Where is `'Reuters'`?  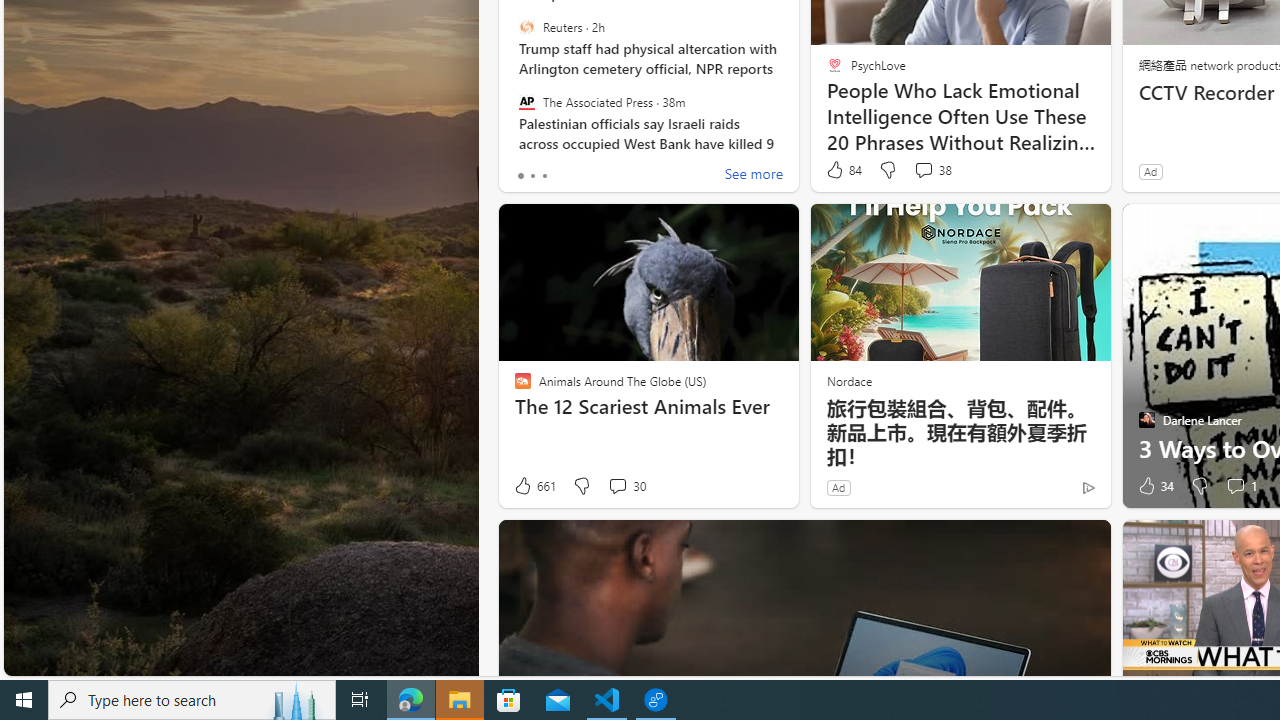
'Reuters' is located at coordinates (526, 27).